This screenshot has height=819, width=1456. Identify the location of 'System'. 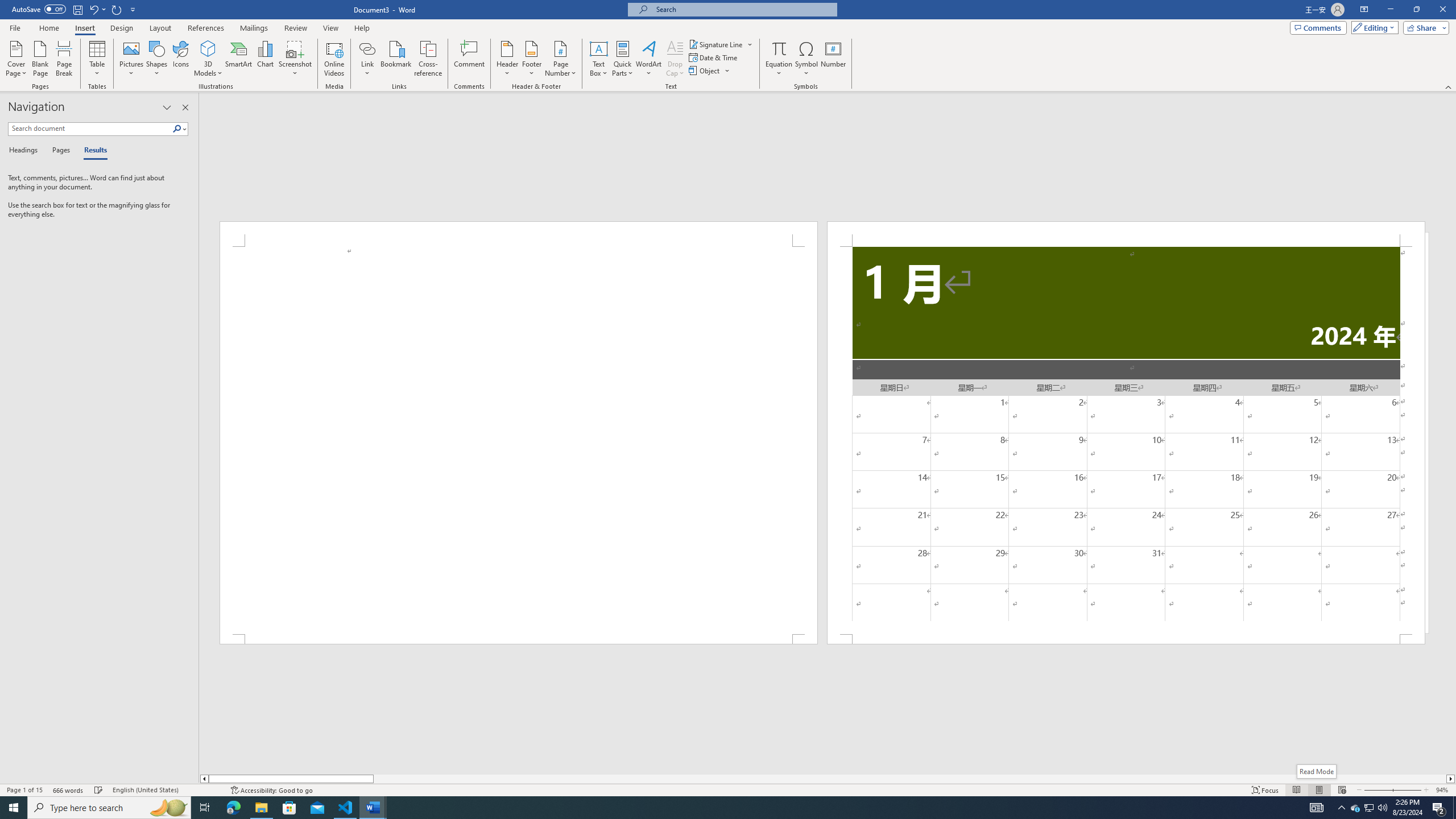
(6, 5).